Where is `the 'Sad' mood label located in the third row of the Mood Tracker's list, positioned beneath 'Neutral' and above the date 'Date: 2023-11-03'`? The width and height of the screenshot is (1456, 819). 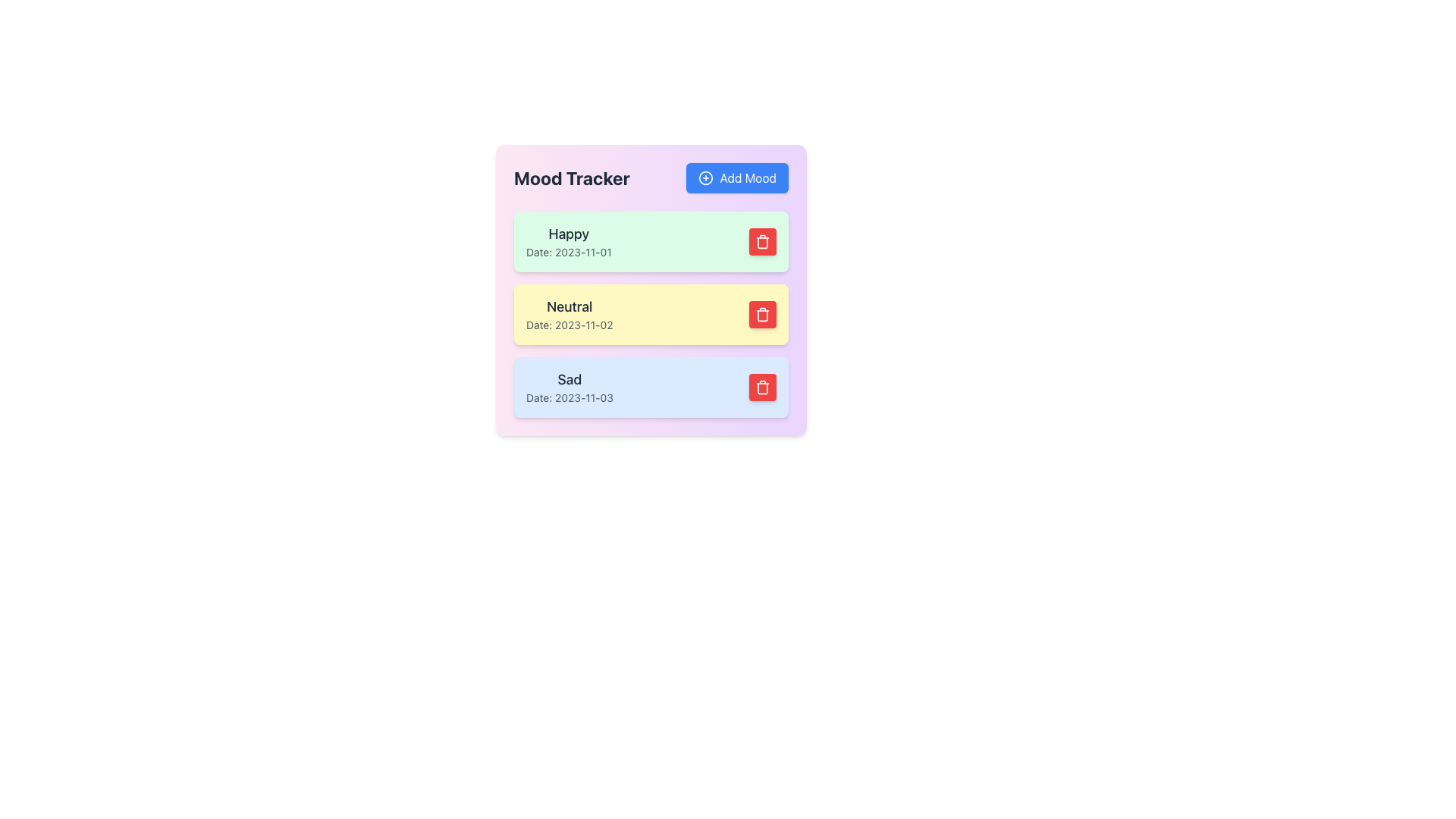
the 'Sad' mood label located in the third row of the Mood Tracker's list, positioned beneath 'Neutral' and above the date 'Date: 2023-11-03' is located at coordinates (569, 379).